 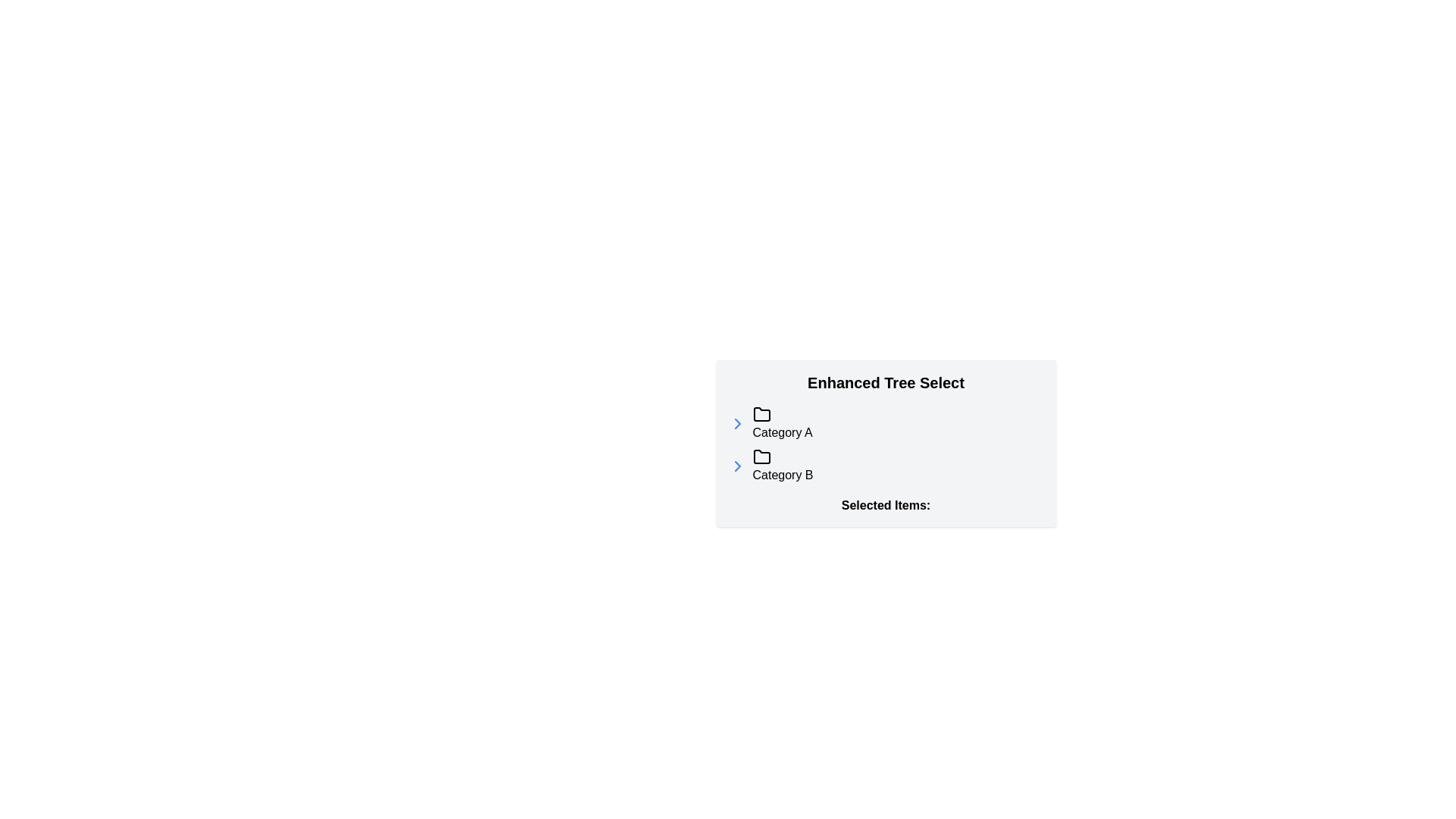 What do you see at coordinates (886, 382) in the screenshot?
I see `the text label displaying 'Enhanced Tree Select'` at bounding box center [886, 382].